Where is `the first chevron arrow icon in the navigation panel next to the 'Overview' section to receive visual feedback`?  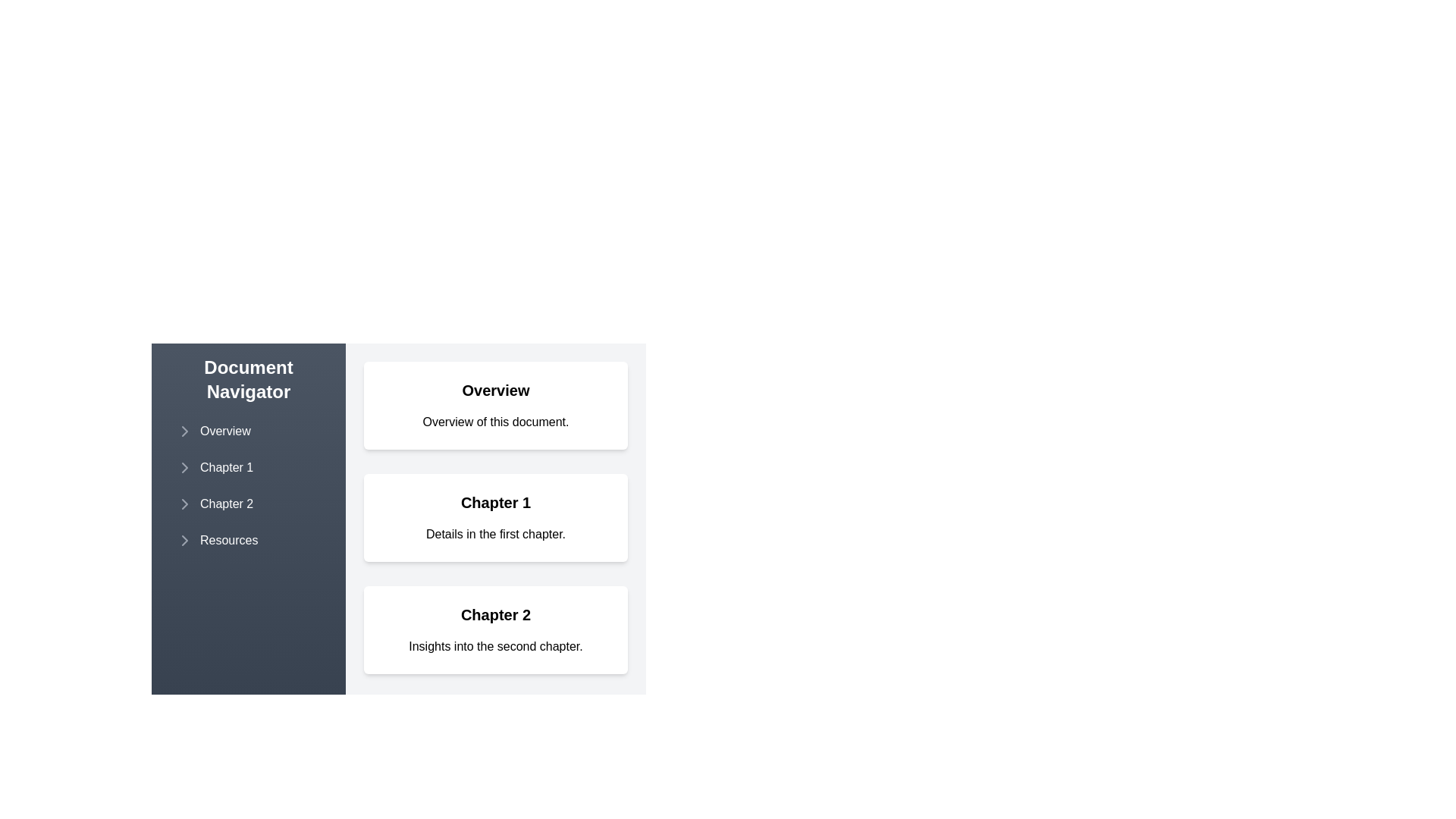
the first chevron arrow icon in the navigation panel next to the 'Overview' section to receive visual feedback is located at coordinates (184, 431).